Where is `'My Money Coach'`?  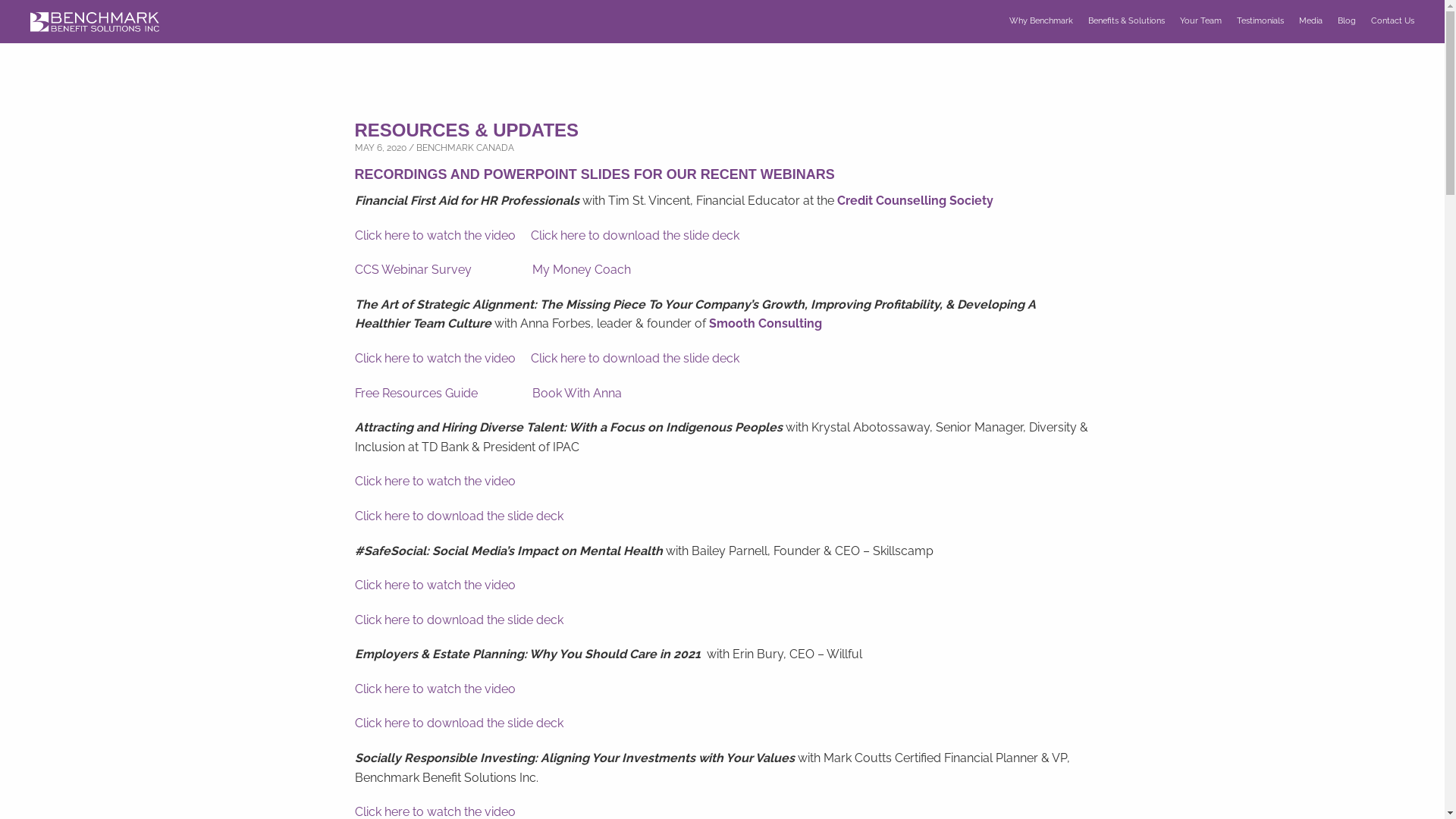
'My Money Coach' is located at coordinates (532, 268).